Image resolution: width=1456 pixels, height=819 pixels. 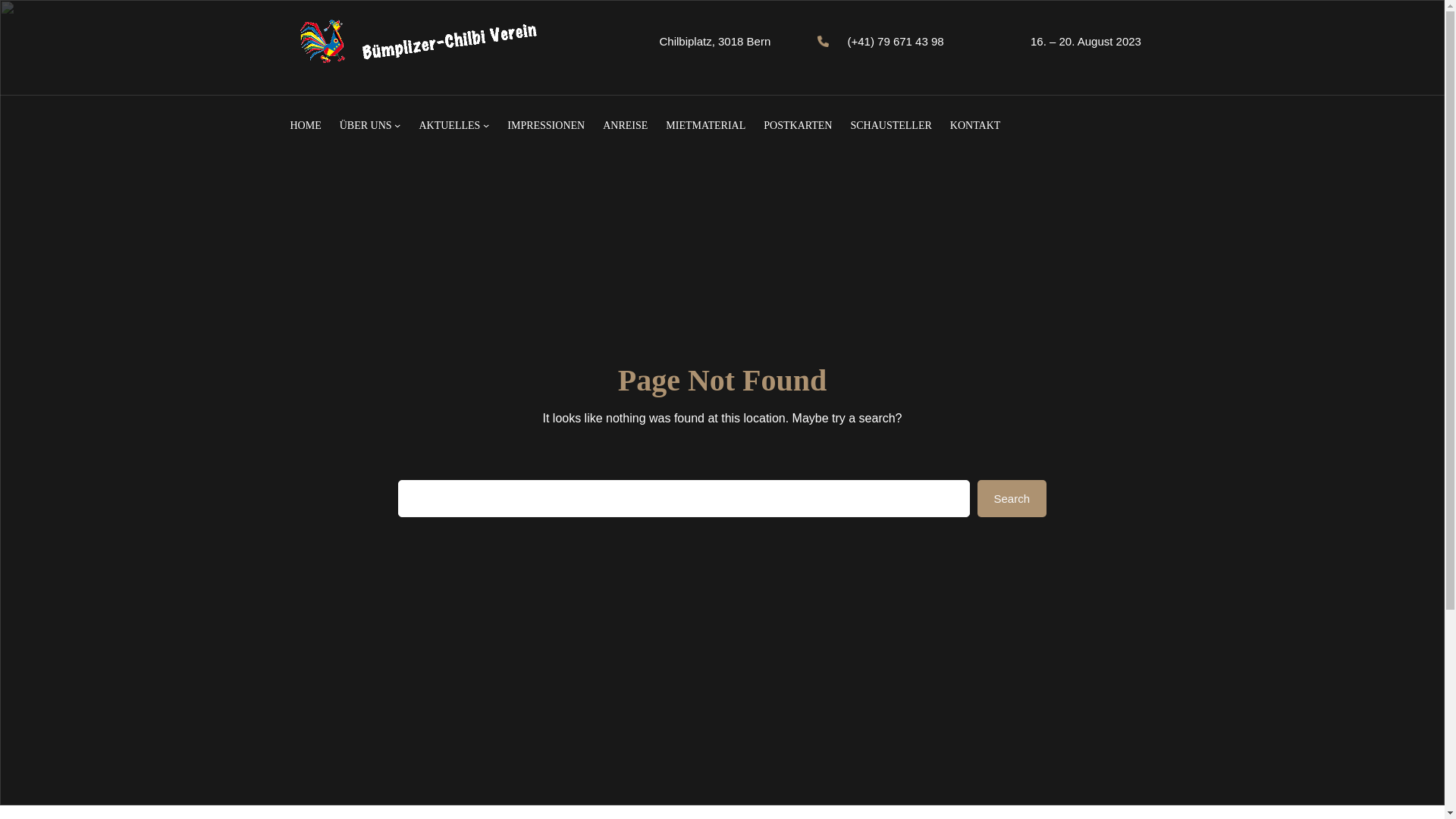 I want to click on 'SCHAUSTELLER', so click(x=890, y=124).